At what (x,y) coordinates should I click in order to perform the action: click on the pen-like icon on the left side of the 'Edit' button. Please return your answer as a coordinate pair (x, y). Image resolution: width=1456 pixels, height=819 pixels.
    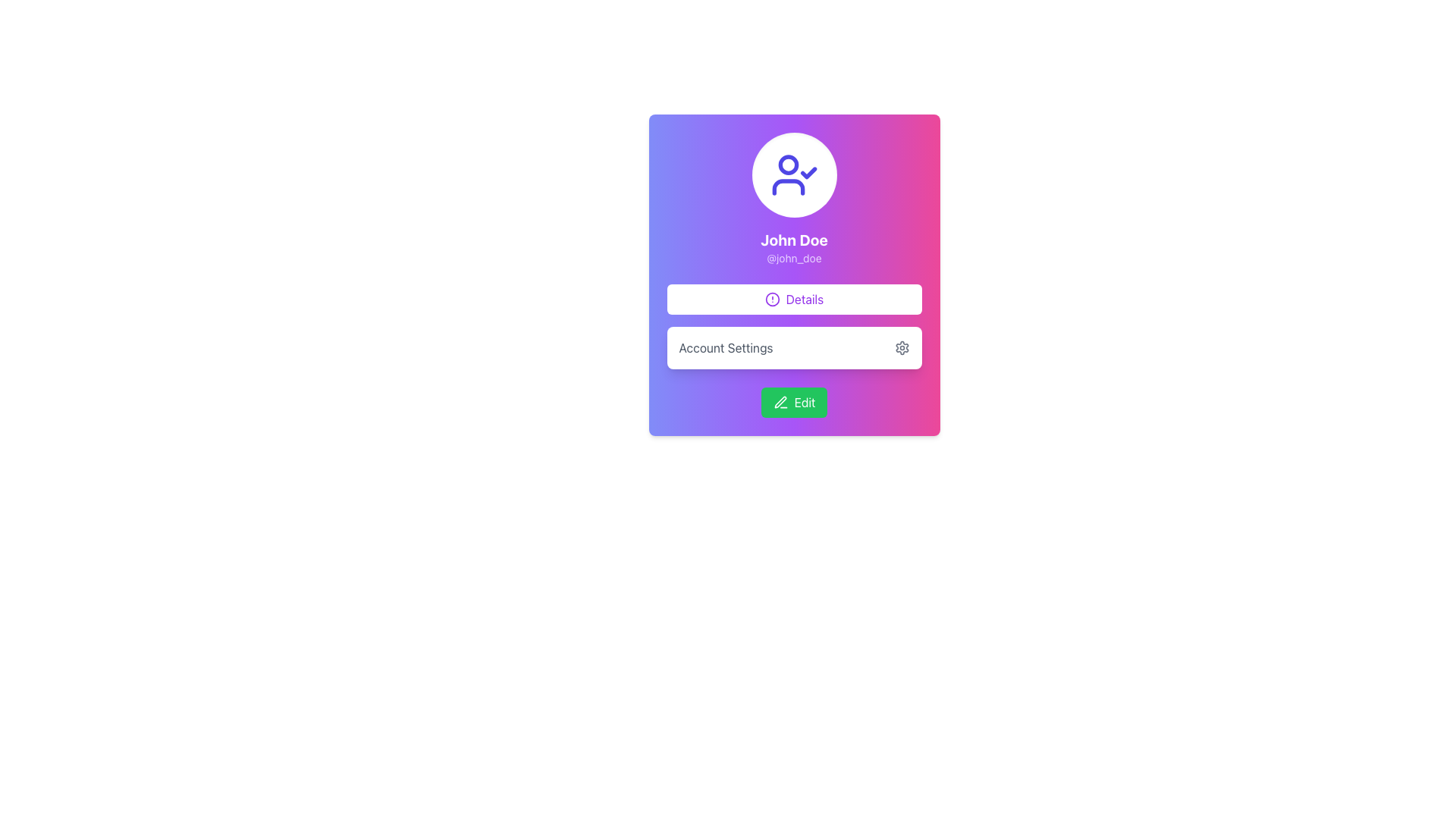
    Looking at the image, I should click on (780, 402).